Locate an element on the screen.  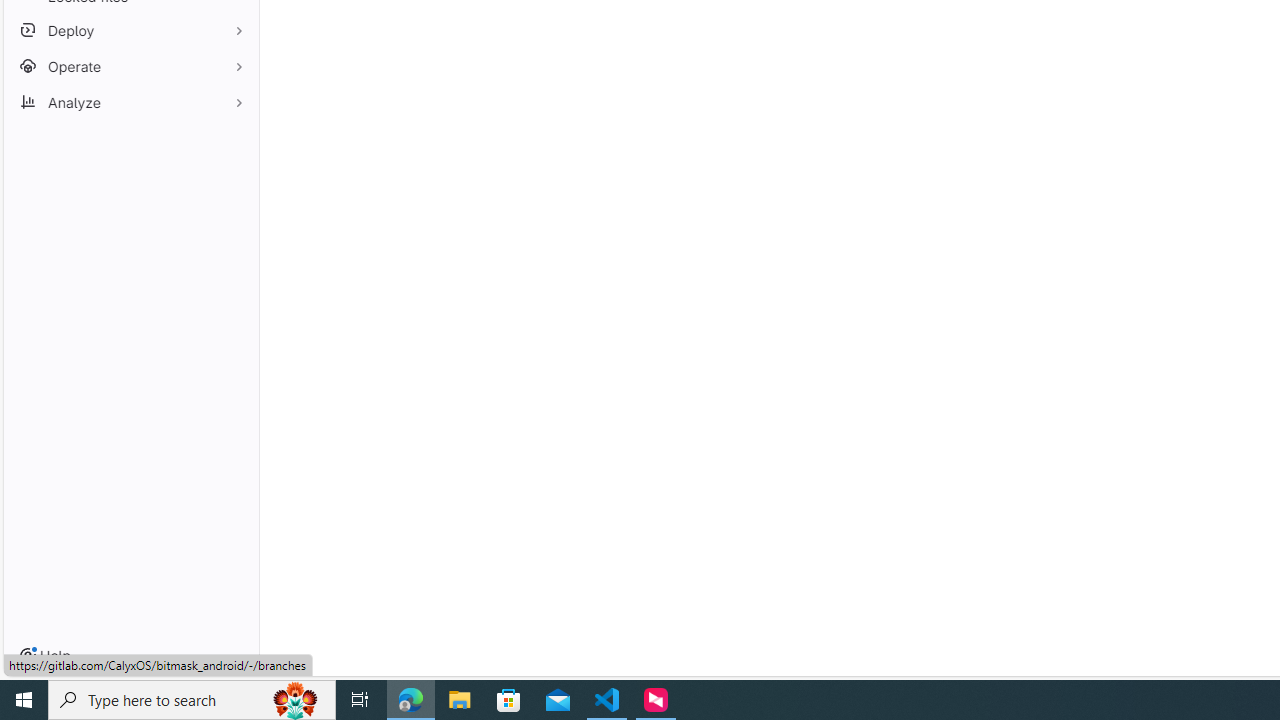
'Help' is located at coordinates (45, 655).